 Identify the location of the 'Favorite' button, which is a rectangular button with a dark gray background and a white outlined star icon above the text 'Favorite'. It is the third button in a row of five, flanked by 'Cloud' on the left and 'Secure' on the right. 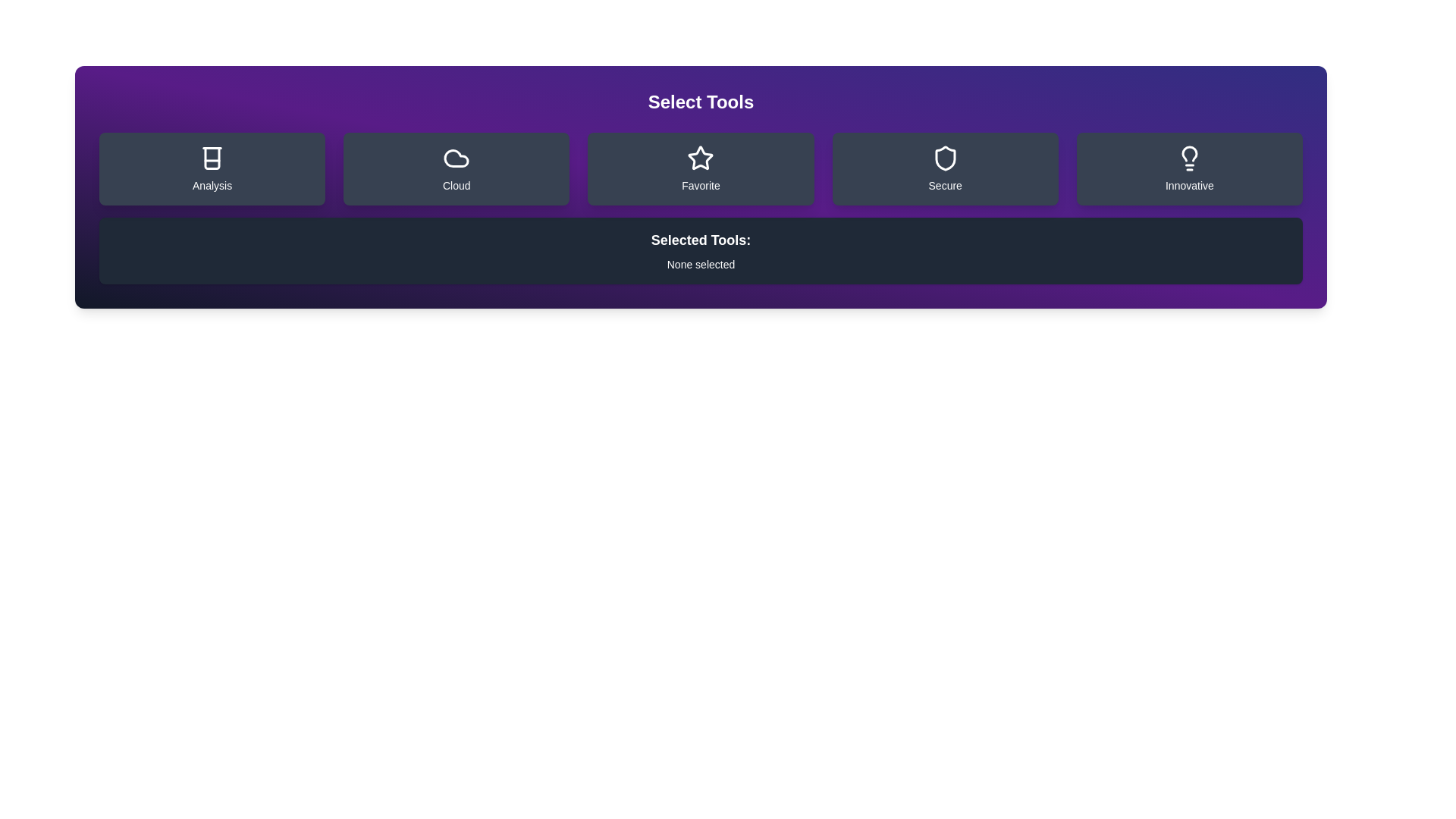
(700, 169).